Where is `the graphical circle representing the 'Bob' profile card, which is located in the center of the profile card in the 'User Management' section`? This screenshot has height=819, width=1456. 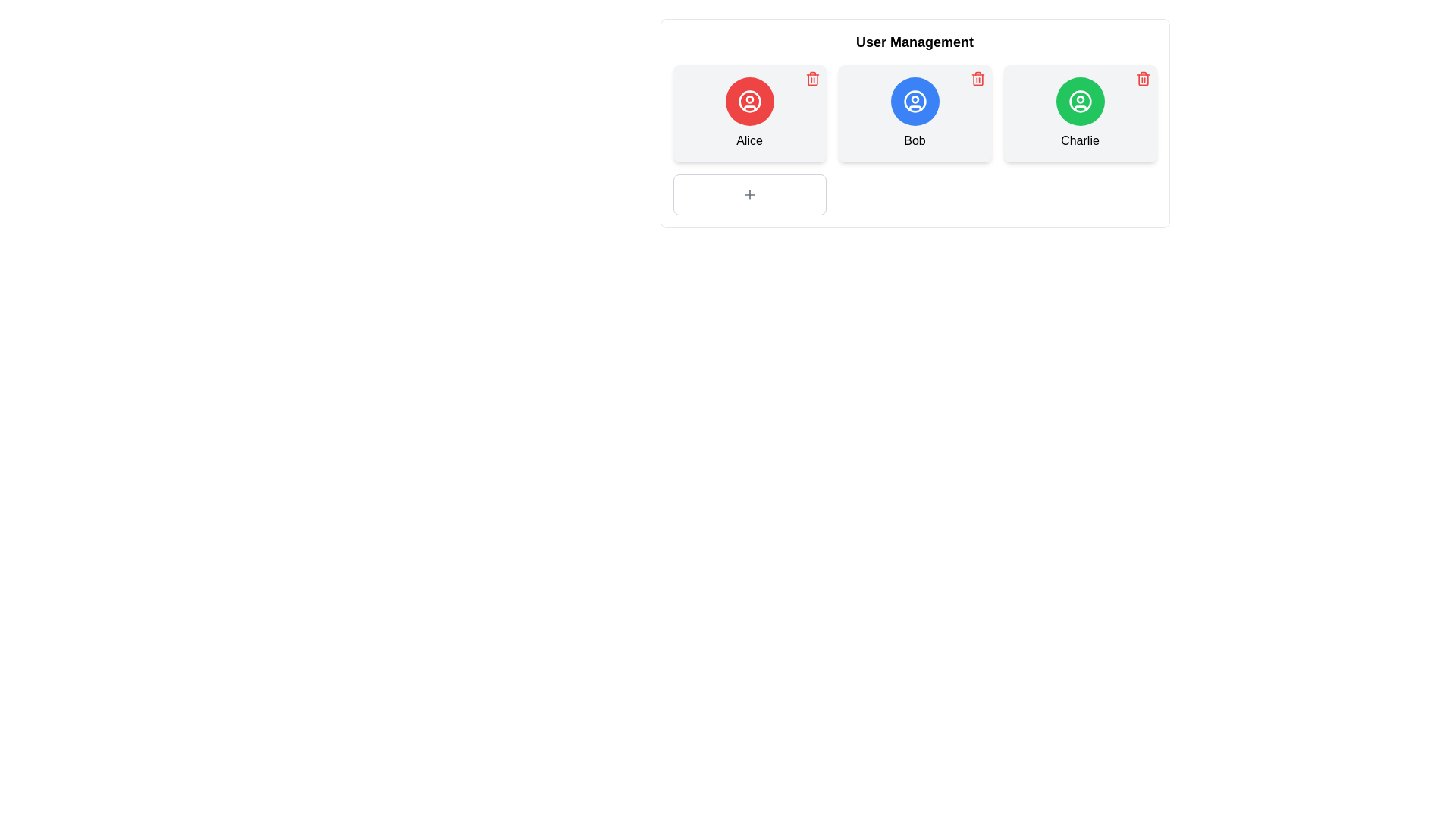 the graphical circle representing the 'Bob' profile card, which is located in the center of the profile card in the 'User Management' section is located at coordinates (914, 102).